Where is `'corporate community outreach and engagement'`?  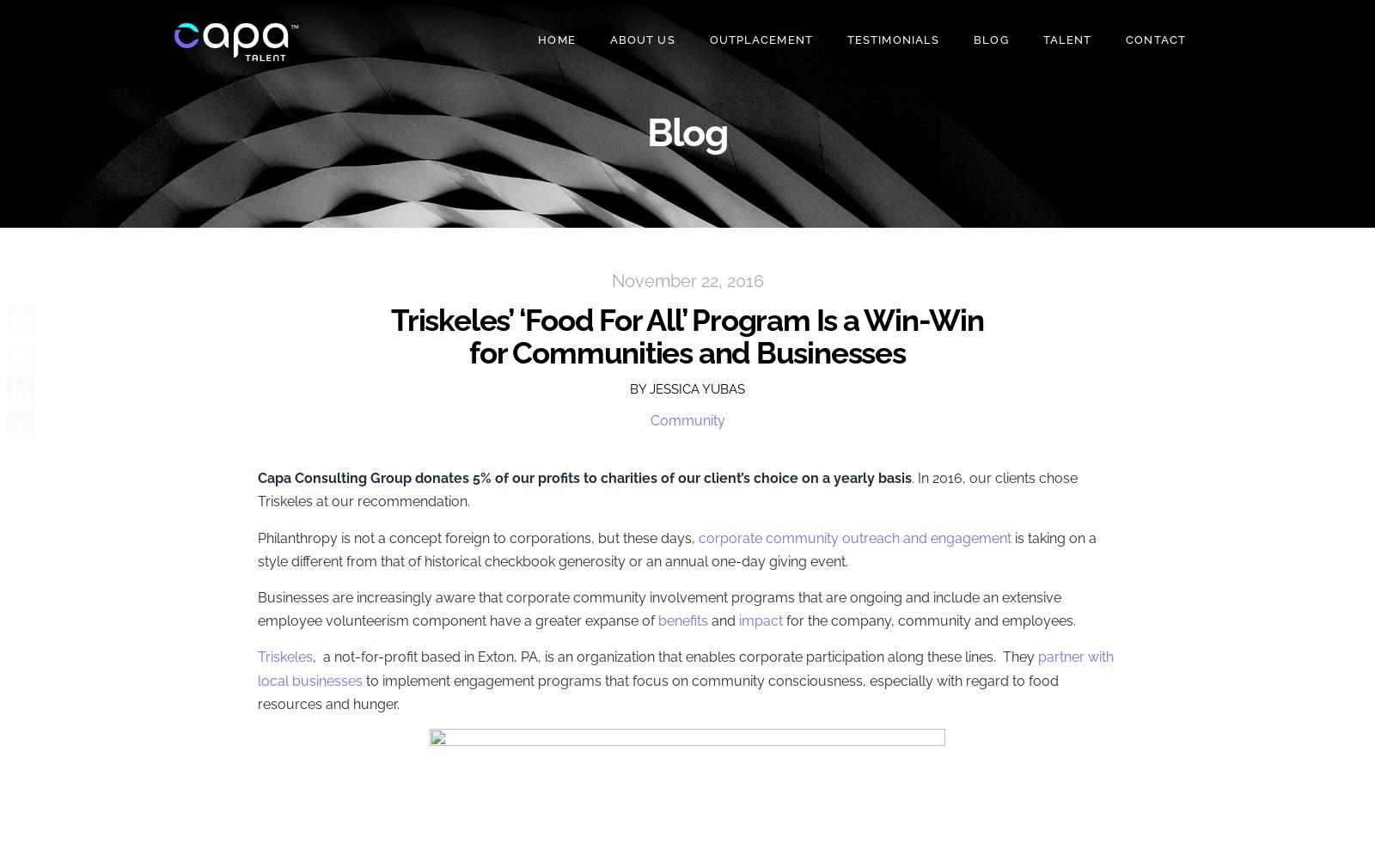
'corporate community outreach and engagement' is located at coordinates (854, 536).